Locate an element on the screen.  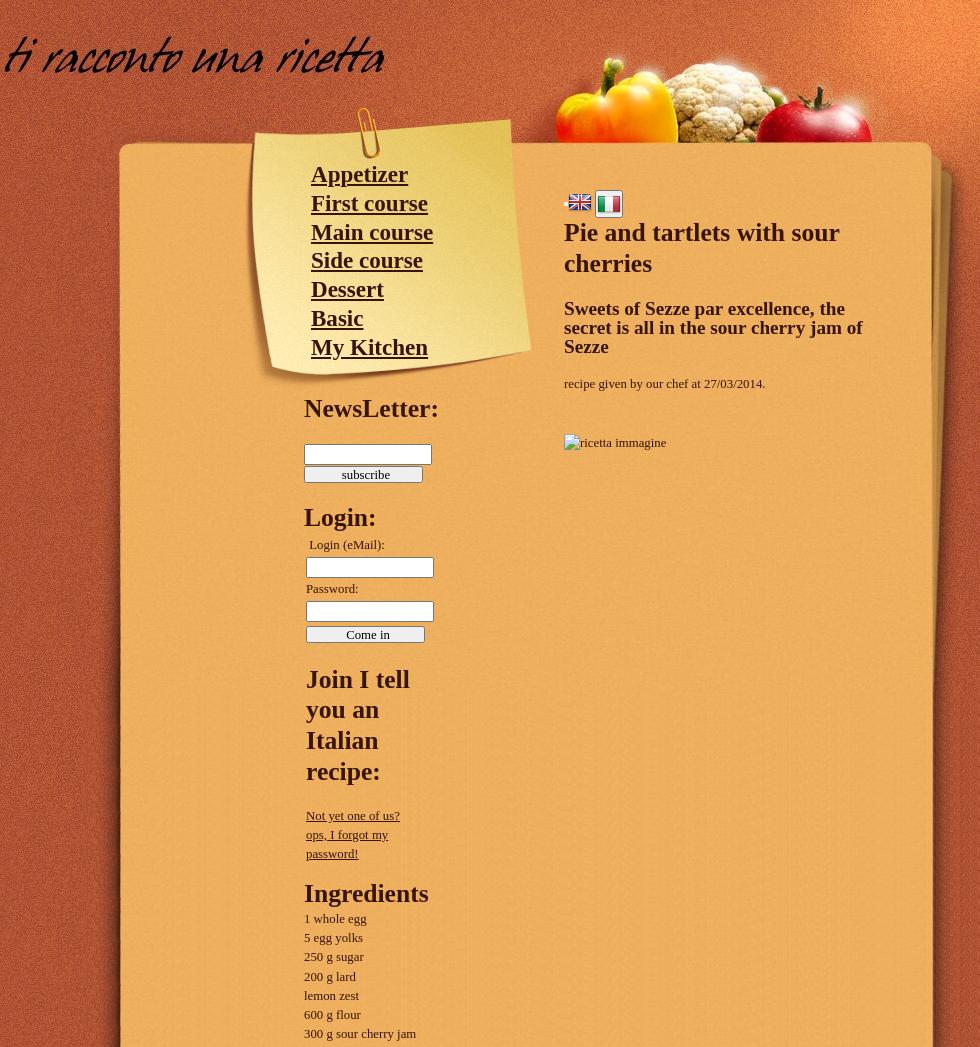
'recipe given by our chef' is located at coordinates (627, 383).